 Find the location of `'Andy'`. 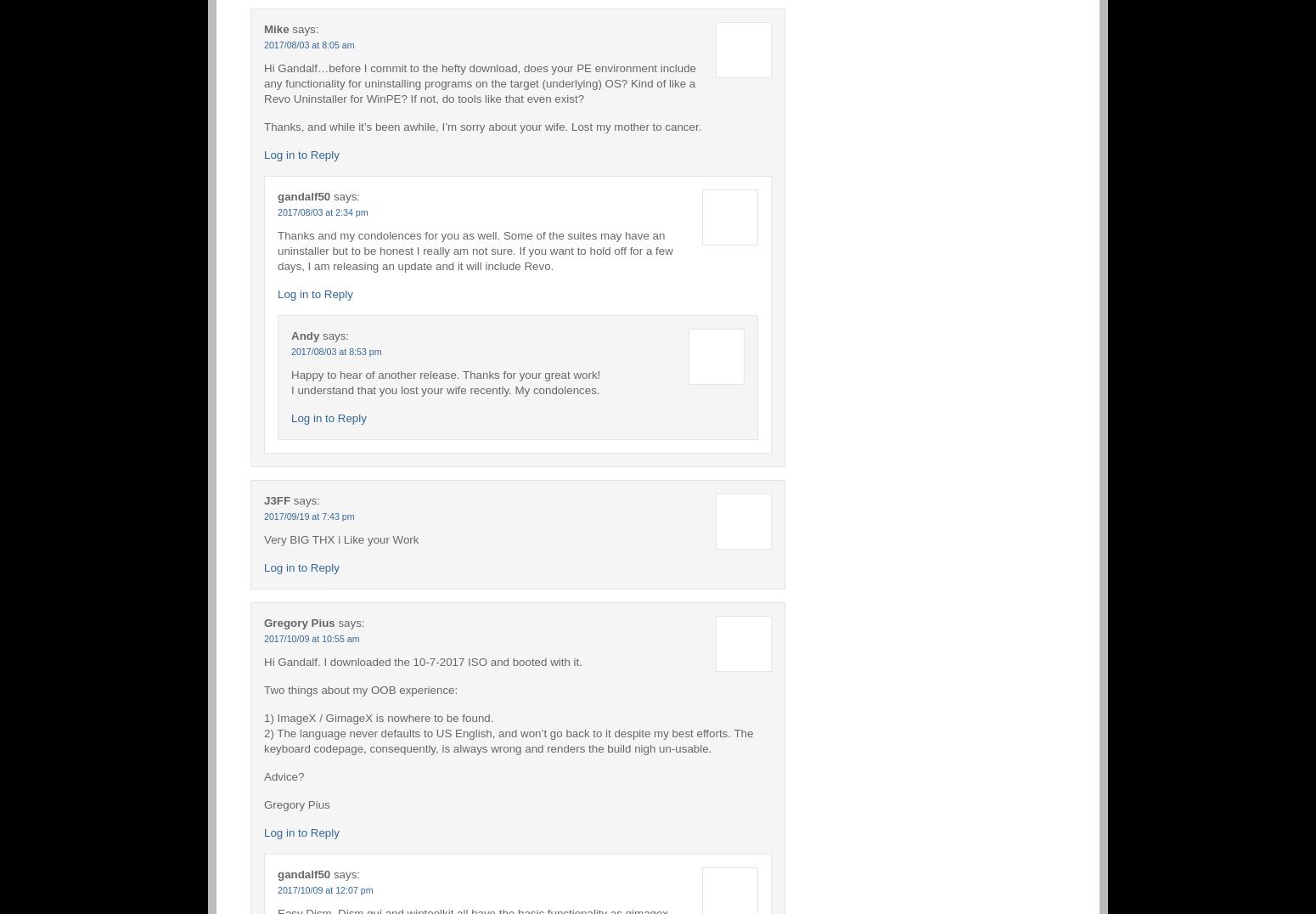

'Andy' is located at coordinates (304, 334).